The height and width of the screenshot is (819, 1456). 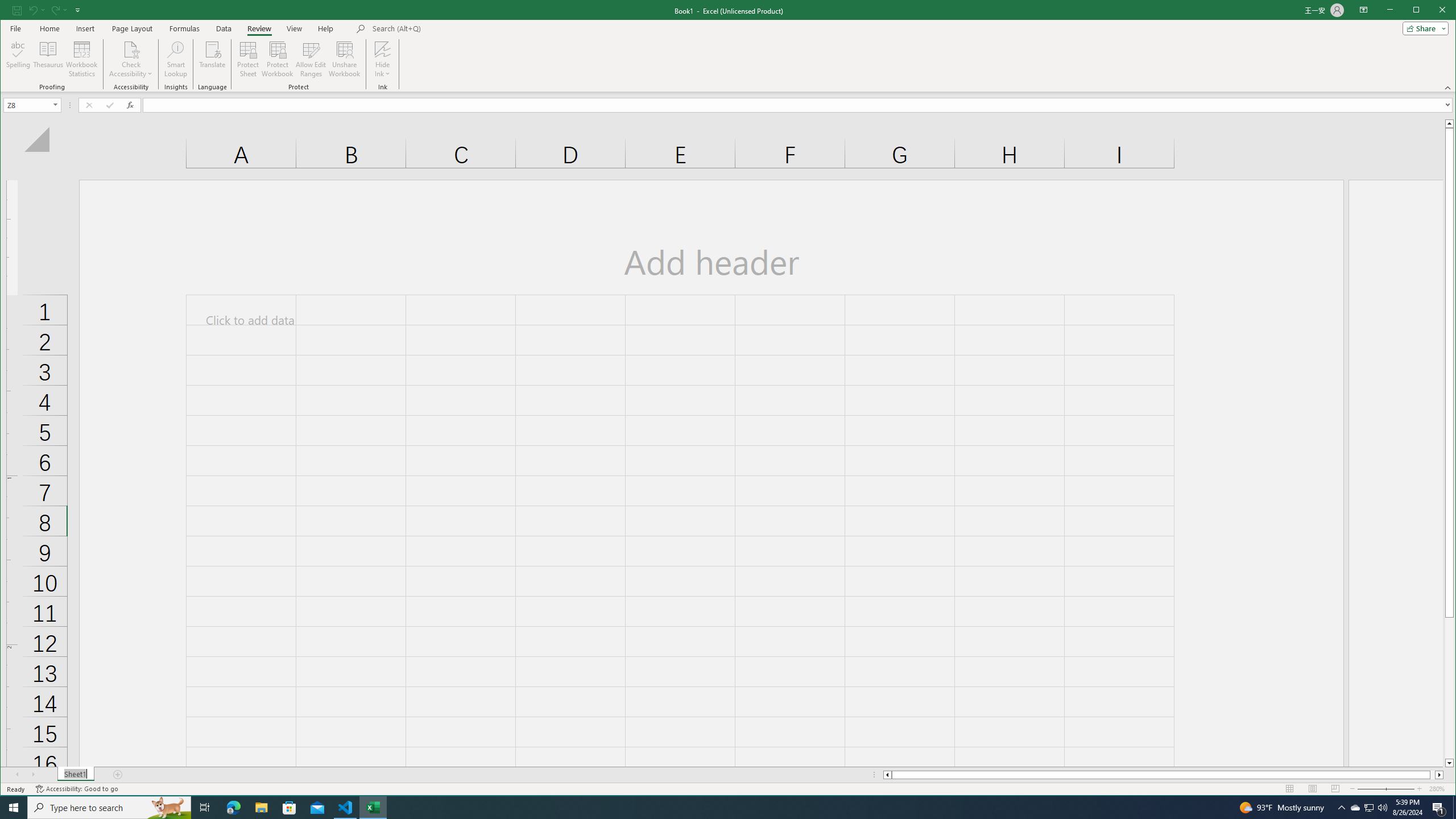 I want to click on 'Protect Workbook...', so click(x=276, y=59).